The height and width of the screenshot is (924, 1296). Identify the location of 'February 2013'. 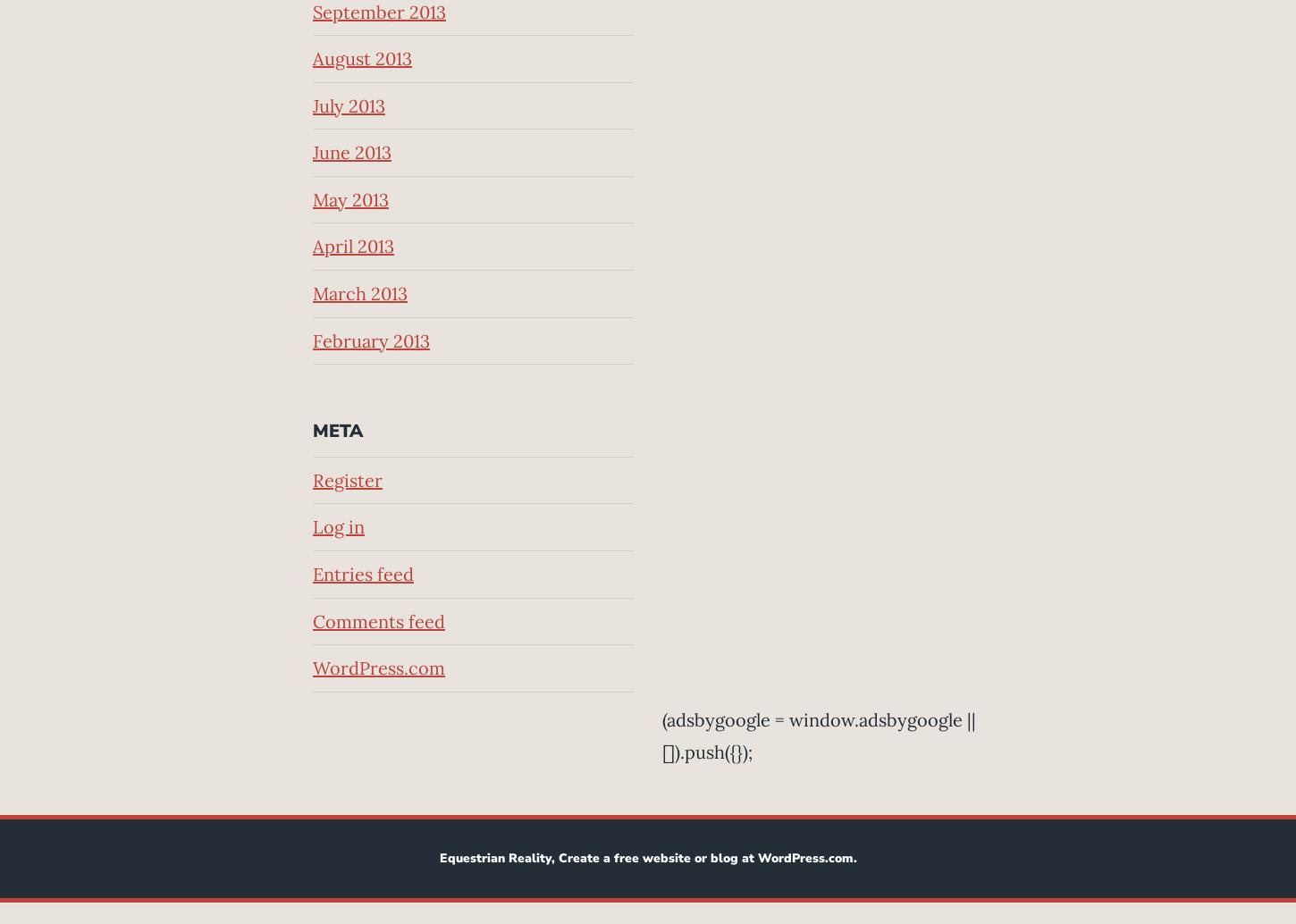
(313, 339).